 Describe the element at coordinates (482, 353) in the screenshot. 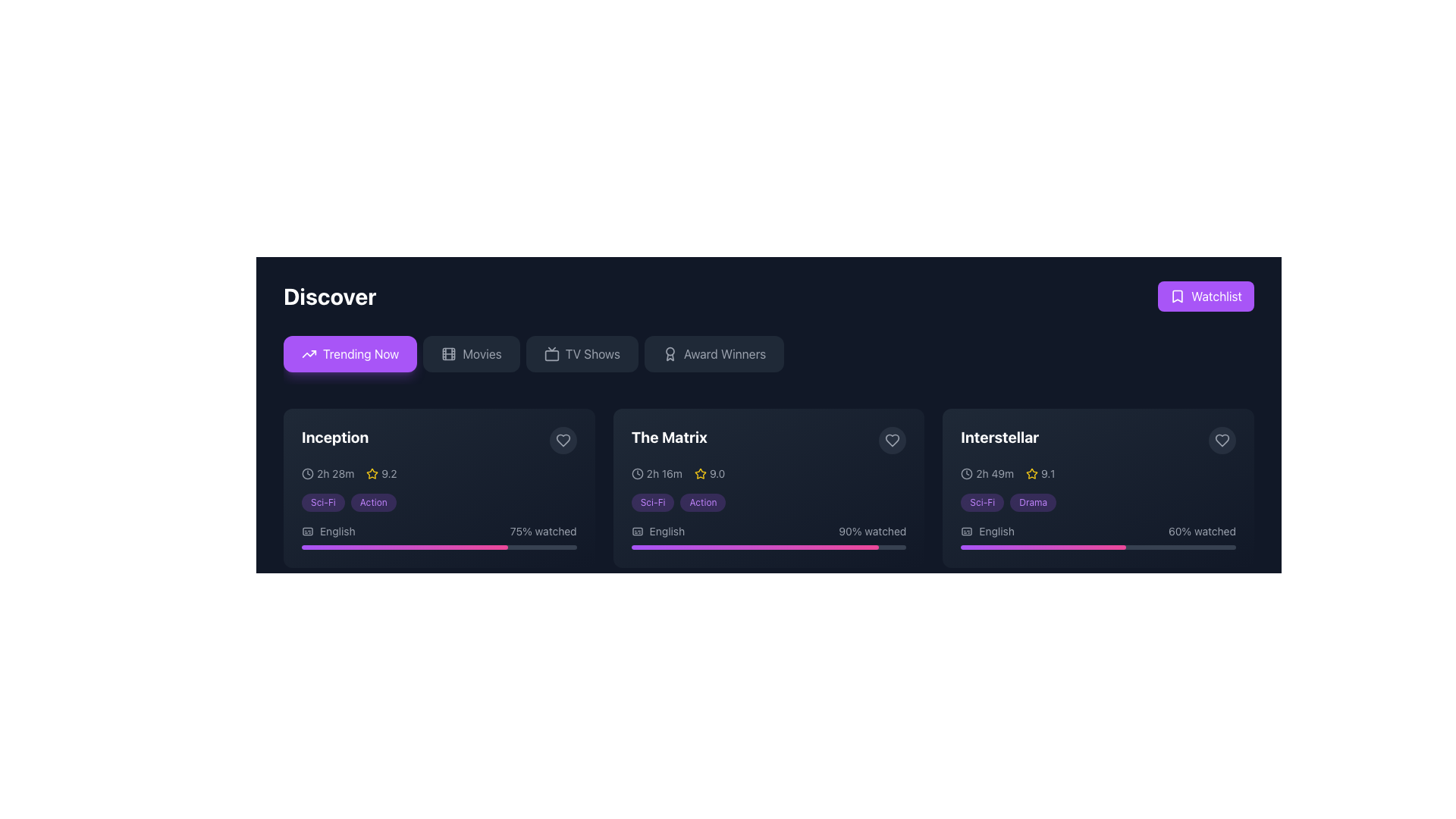

I see `the text label located to the right of the film reels icon in the navigation bar` at that location.